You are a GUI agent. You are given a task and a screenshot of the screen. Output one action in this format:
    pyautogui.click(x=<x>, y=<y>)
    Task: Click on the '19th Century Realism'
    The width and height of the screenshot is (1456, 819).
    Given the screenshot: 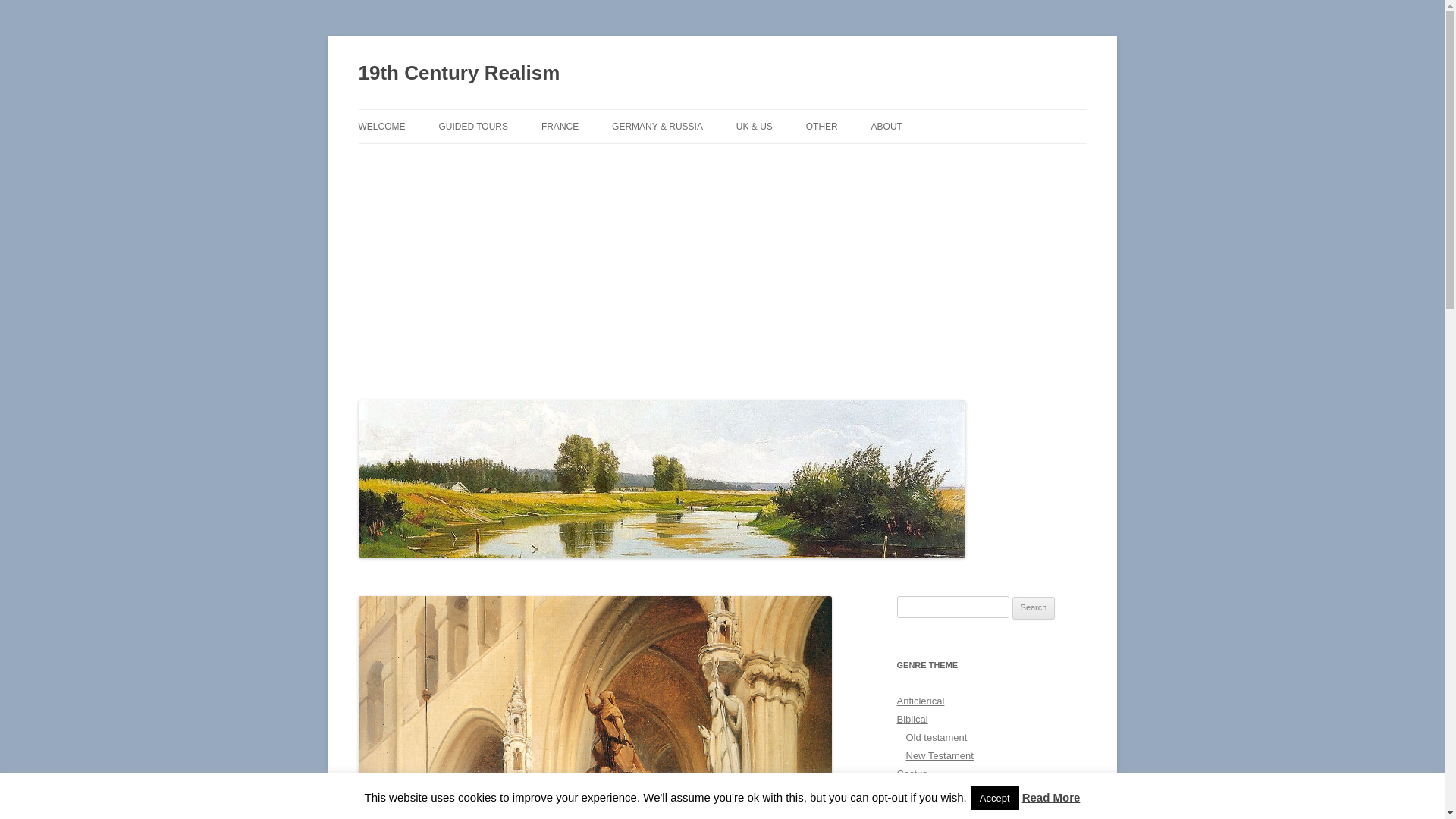 What is the action you would take?
    pyautogui.click(x=457, y=73)
    